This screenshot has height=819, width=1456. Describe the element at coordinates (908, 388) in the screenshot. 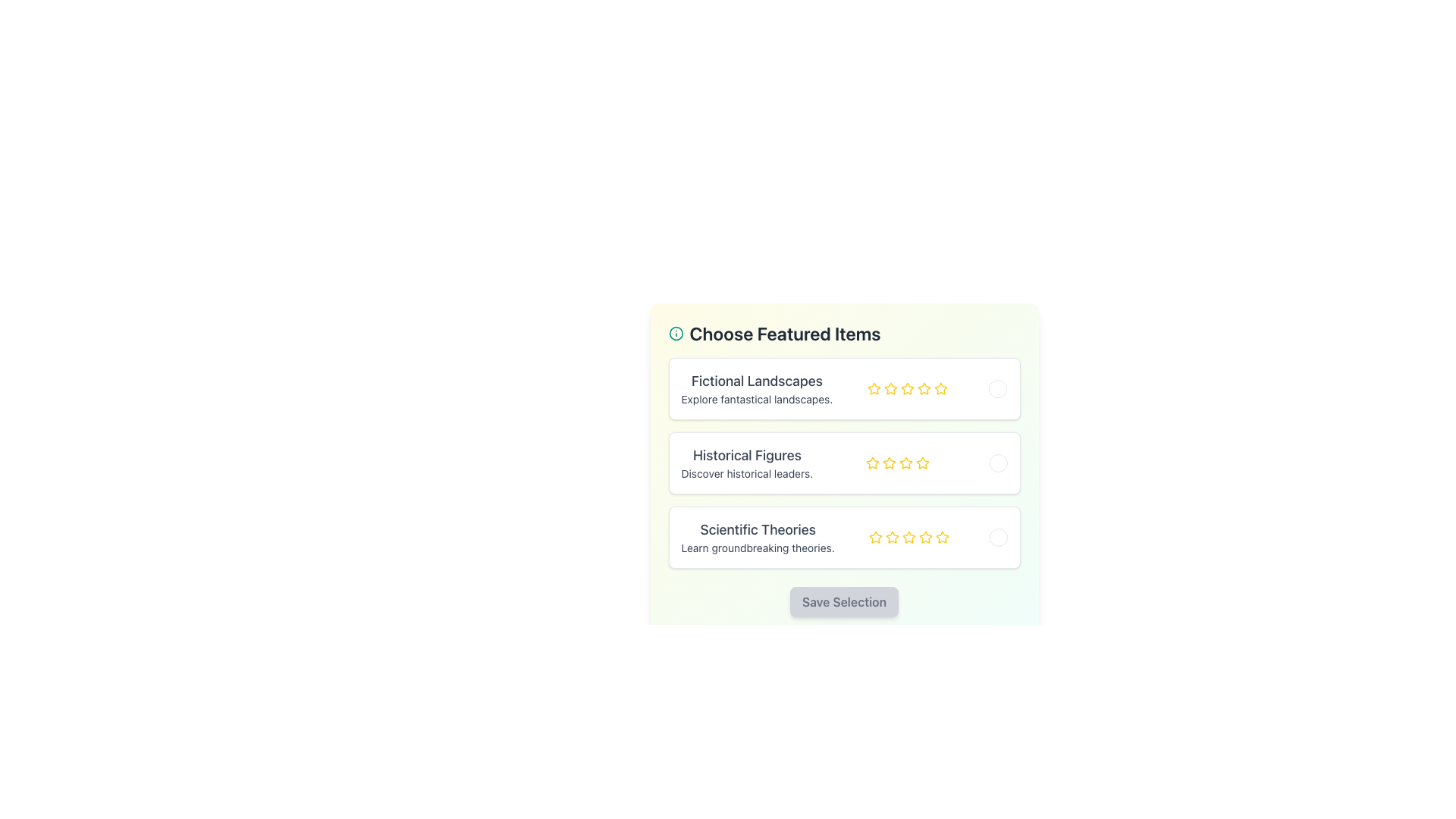

I see `the fifth star-shaped icon with a yellow outline in the rating system for the 'Fictional Landscapes' item in the 'Choose Featured Items' section` at that location.